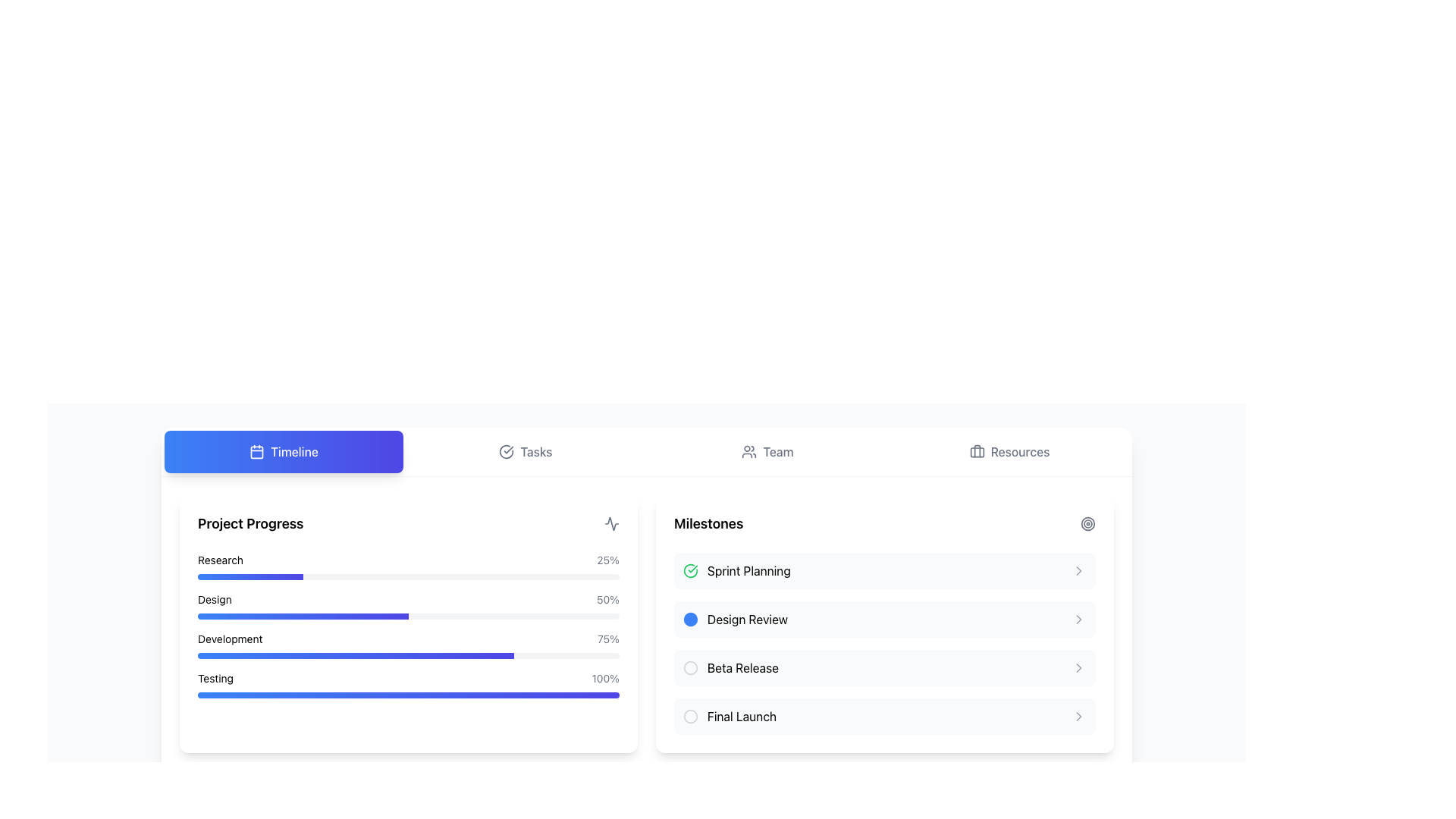  I want to click on to interact with the second milestone item in the 'Milestones' list, which includes milestone names and status icons, so click(884, 643).